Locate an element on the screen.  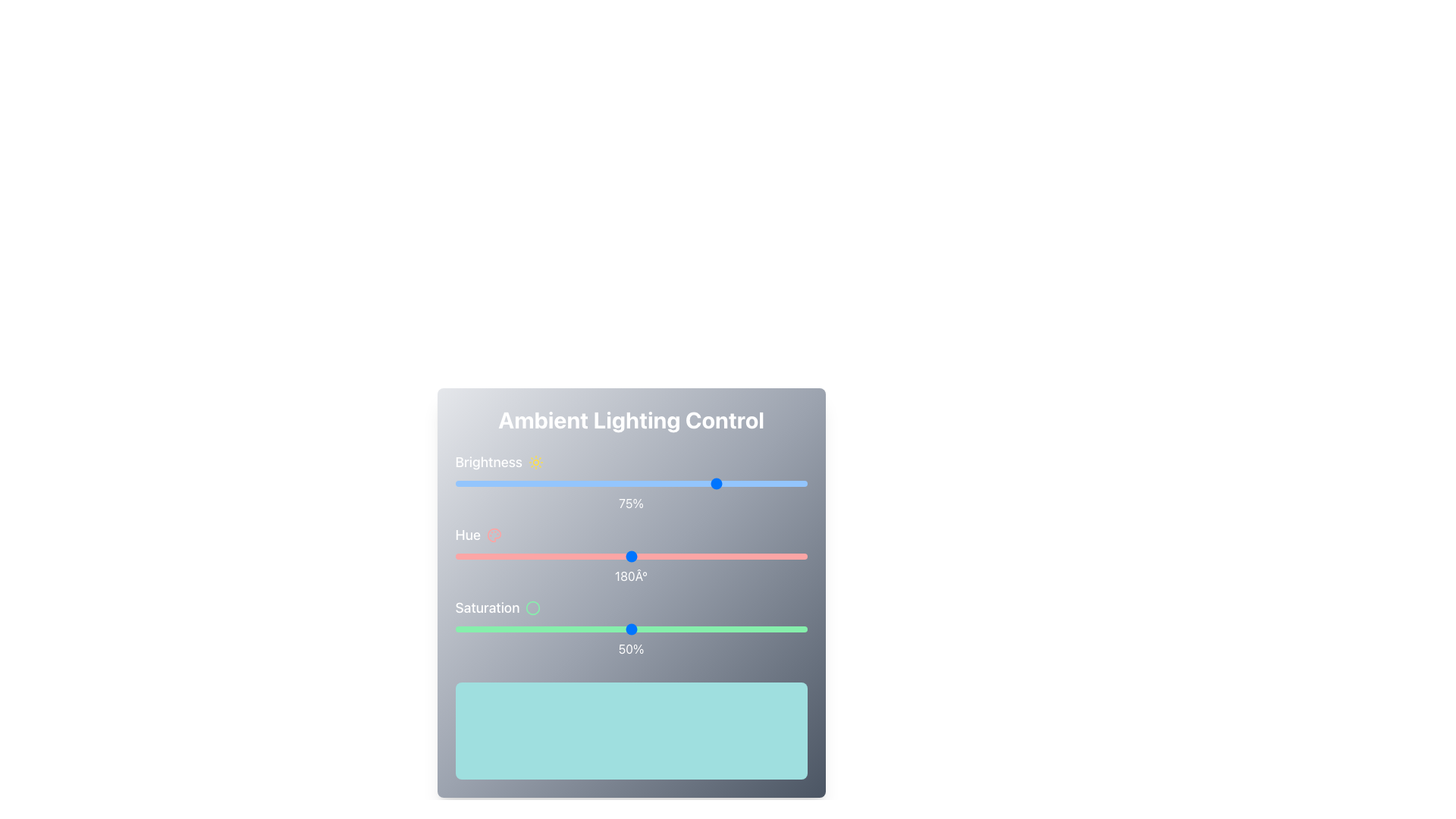
brightness is located at coordinates (697, 483).